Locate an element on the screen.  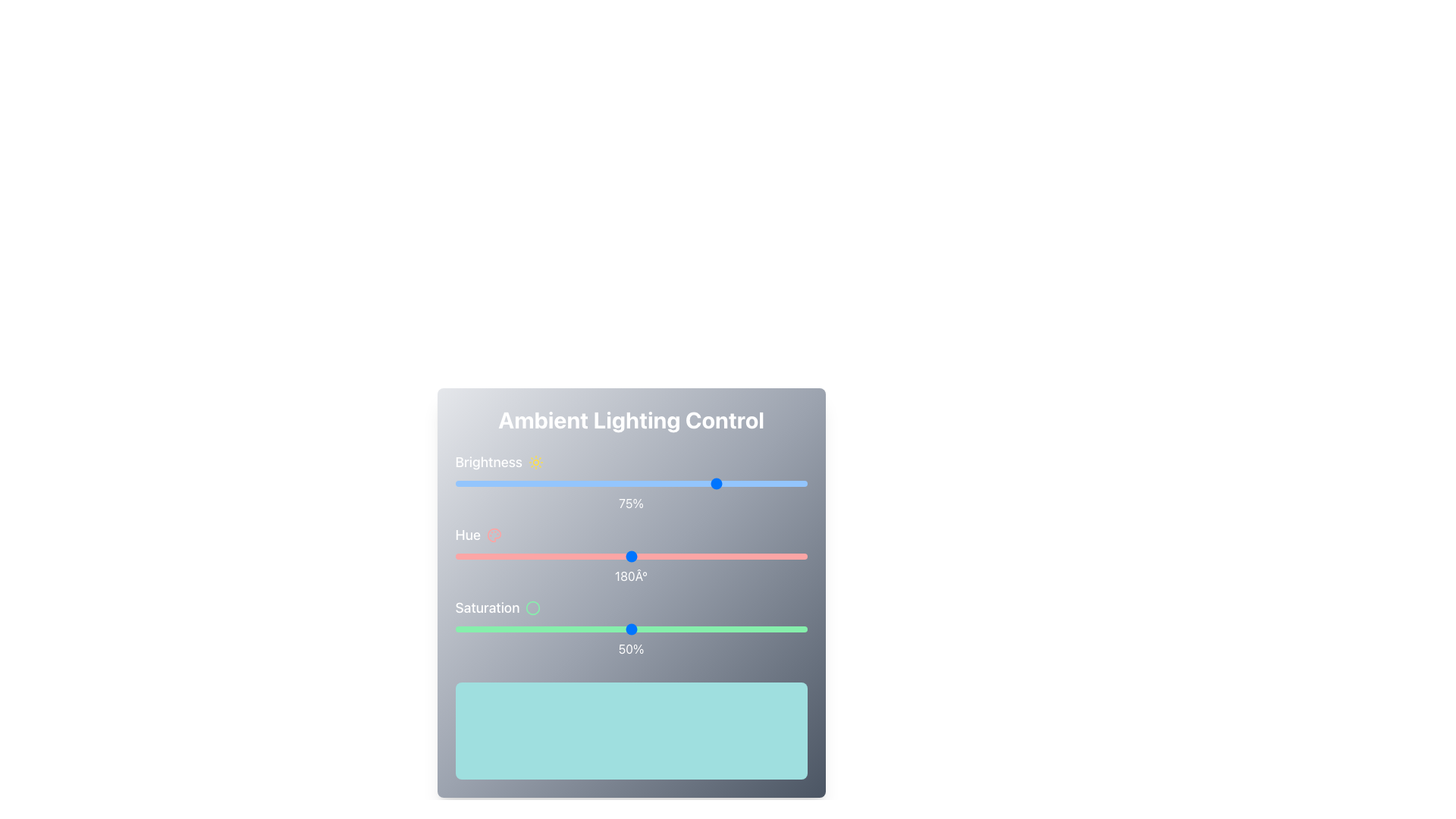
brightness is located at coordinates (697, 483).